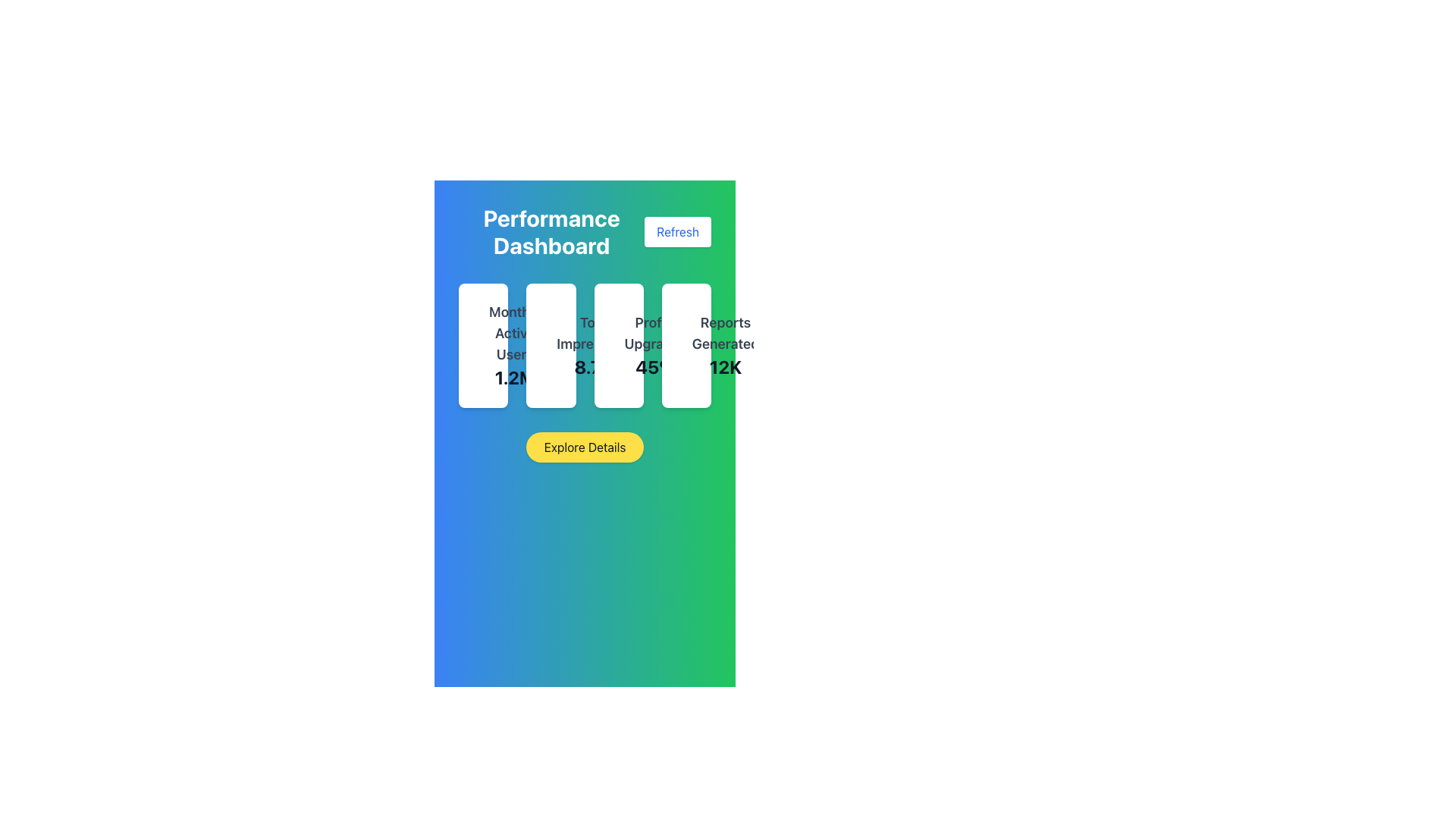  What do you see at coordinates (677, 231) in the screenshot?
I see `the 'Refresh' button with a bright white background and blue text` at bounding box center [677, 231].